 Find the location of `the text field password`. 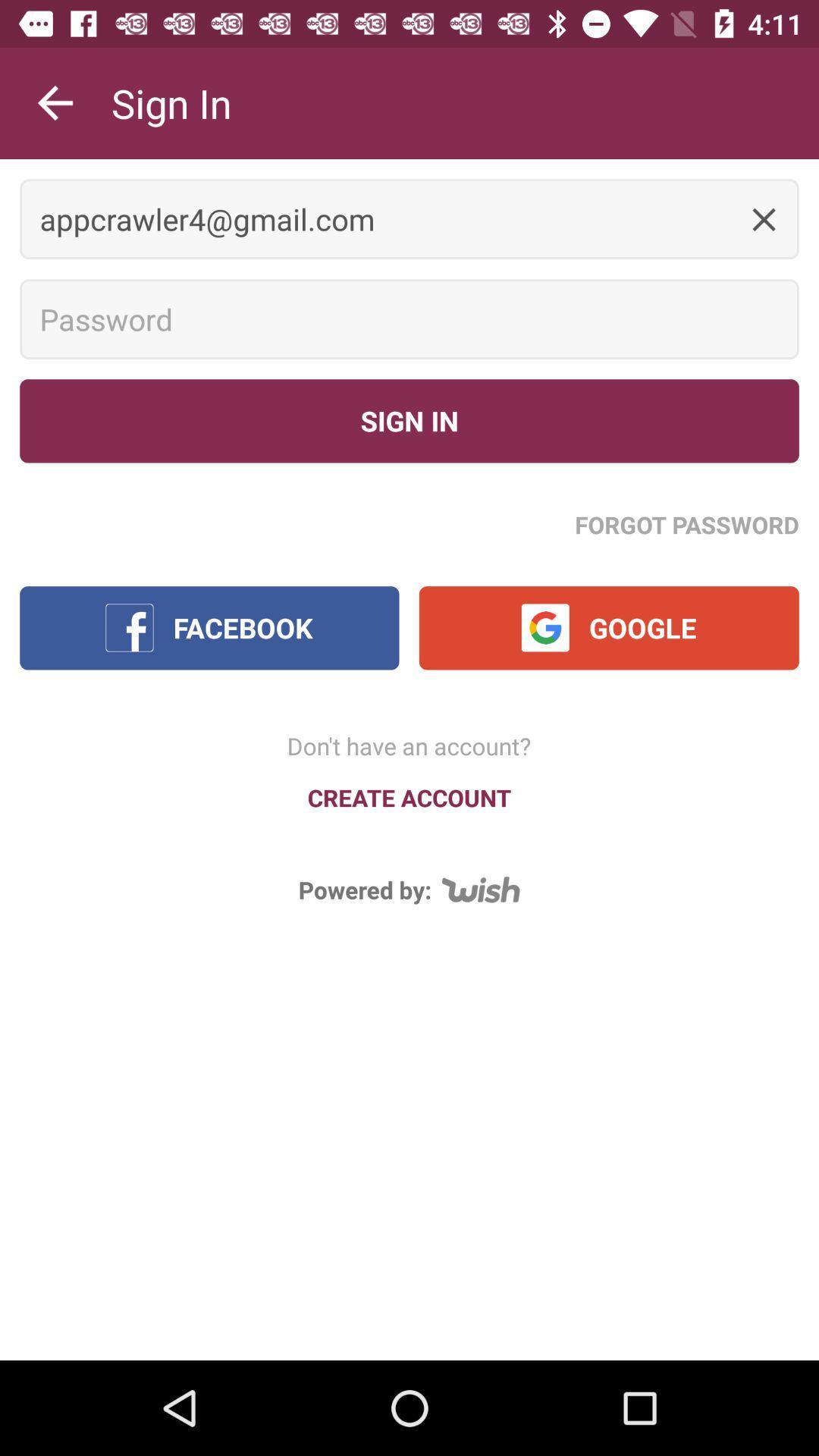

the text field password is located at coordinates (409, 318).